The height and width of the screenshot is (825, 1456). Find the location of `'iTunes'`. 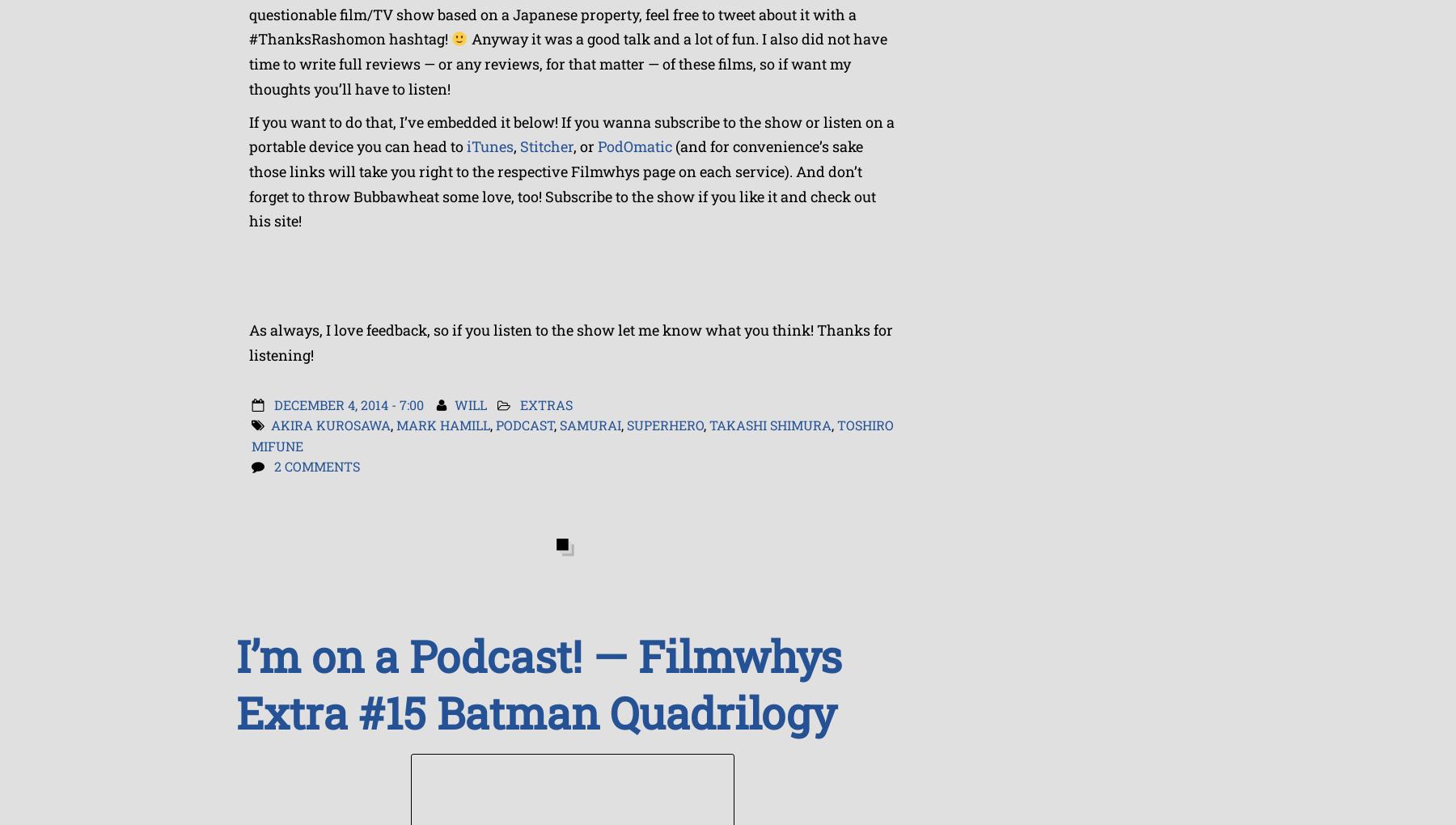

'iTunes' is located at coordinates (467, 146).